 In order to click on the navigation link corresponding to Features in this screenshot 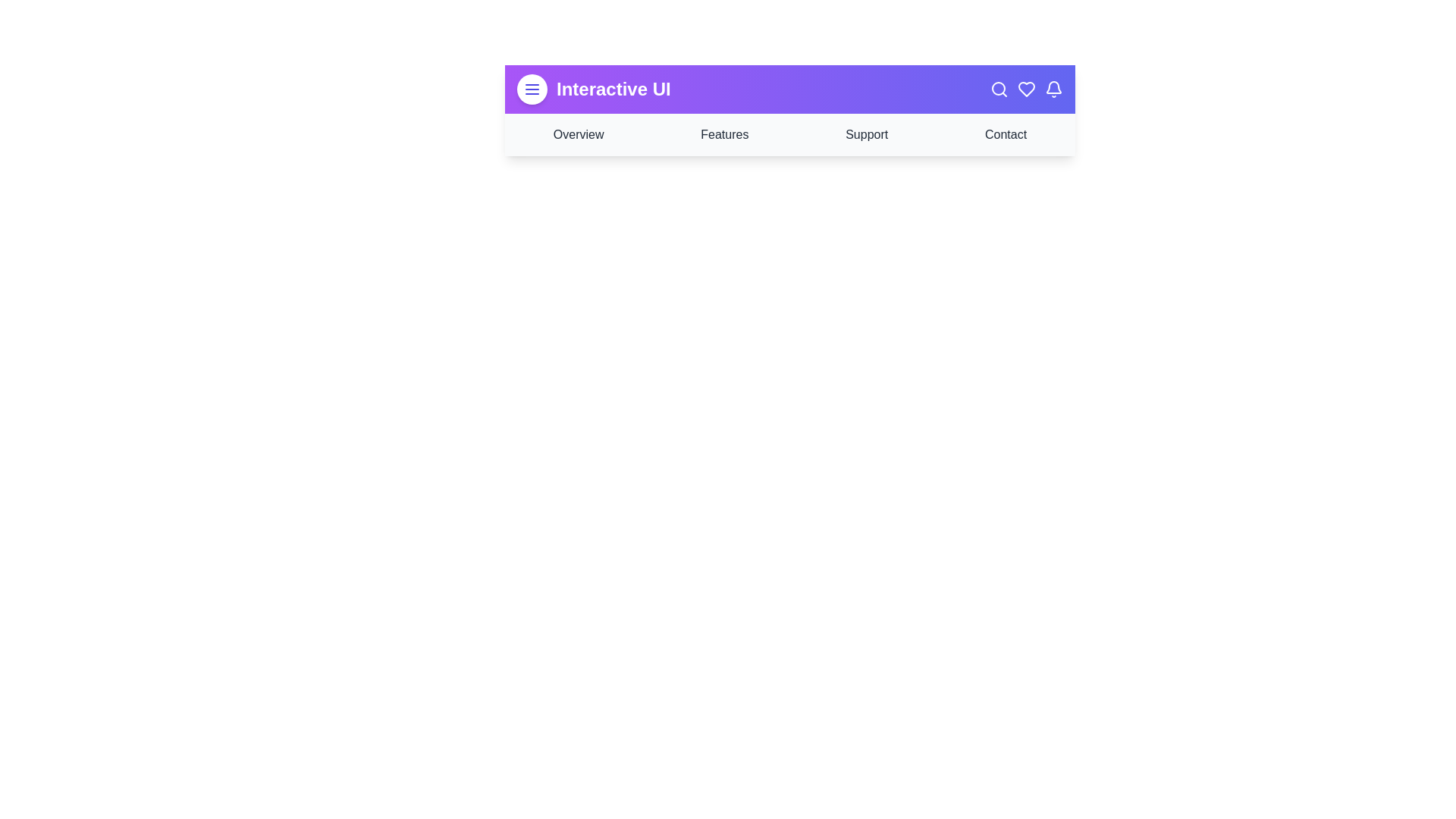, I will do `click(723, 133)`.